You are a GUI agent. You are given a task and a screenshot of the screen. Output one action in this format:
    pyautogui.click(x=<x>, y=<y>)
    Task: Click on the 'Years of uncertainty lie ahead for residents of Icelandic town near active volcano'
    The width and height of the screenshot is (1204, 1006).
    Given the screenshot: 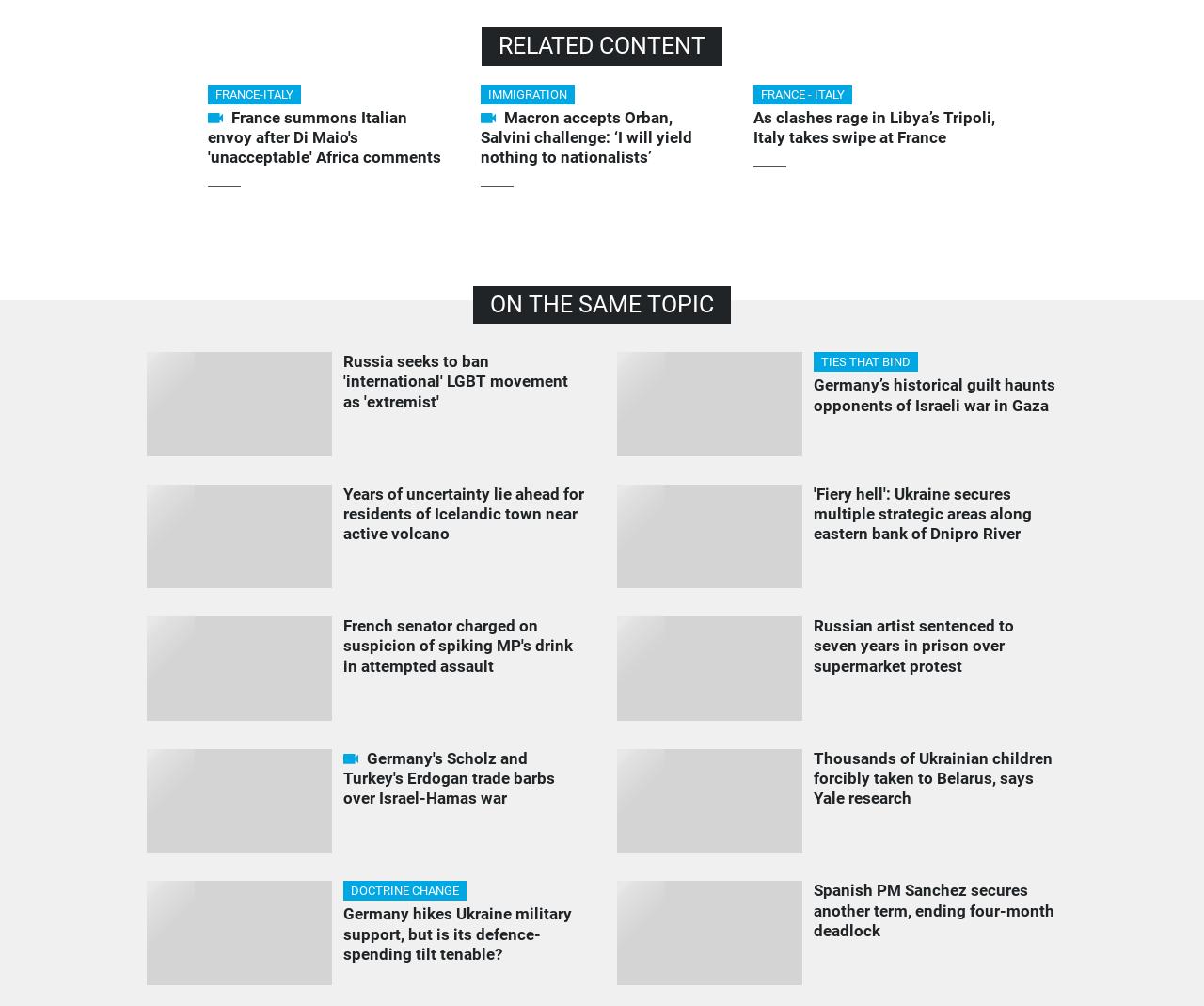 What is the action you would take?
    pyautogui.click(x=463, y=513)
    